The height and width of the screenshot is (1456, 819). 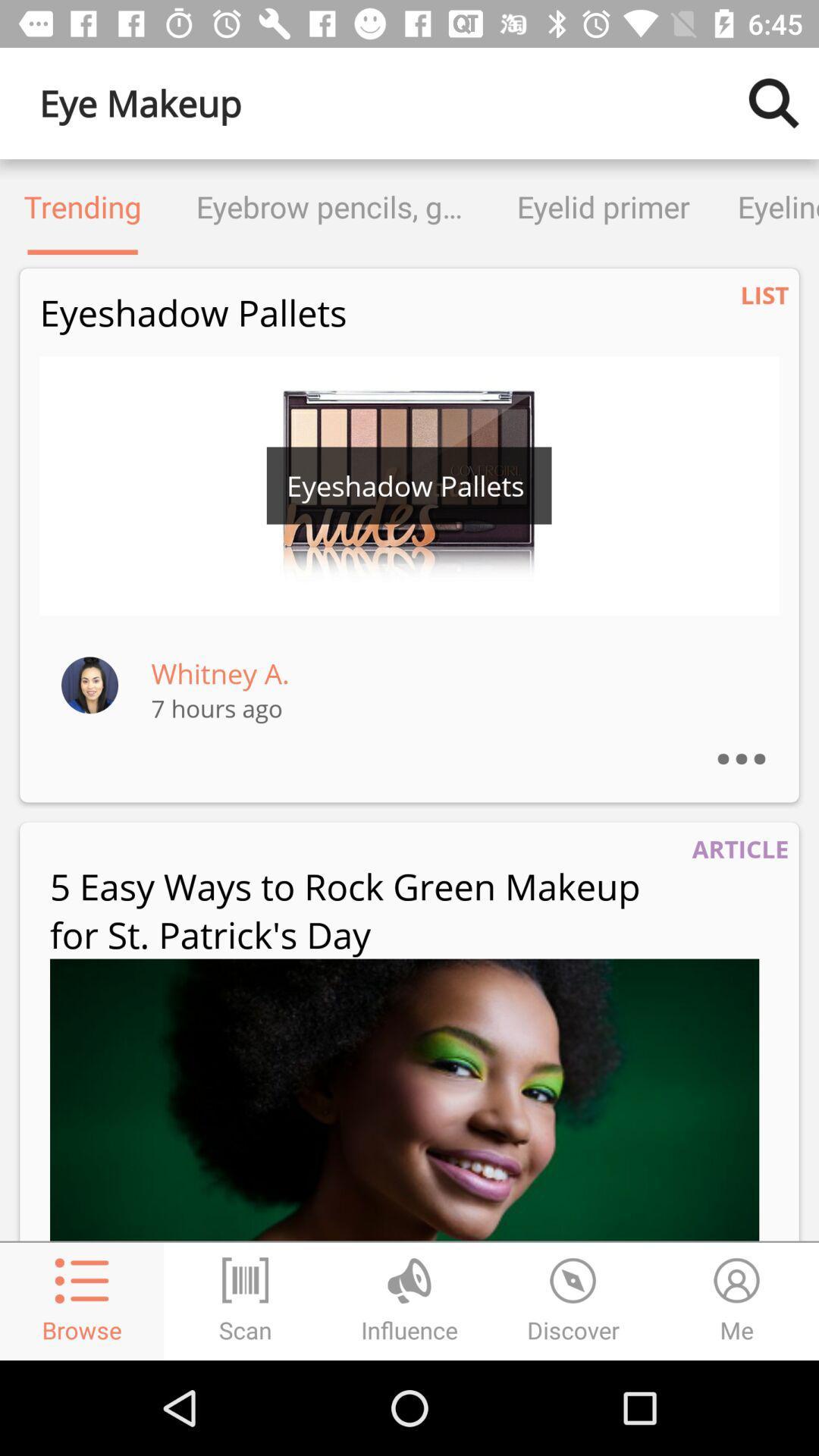 What do you see at coordinates (756, 739) in the screenshot?
I see `item to the right of whitney a. item` at bounding box center [756, 739].